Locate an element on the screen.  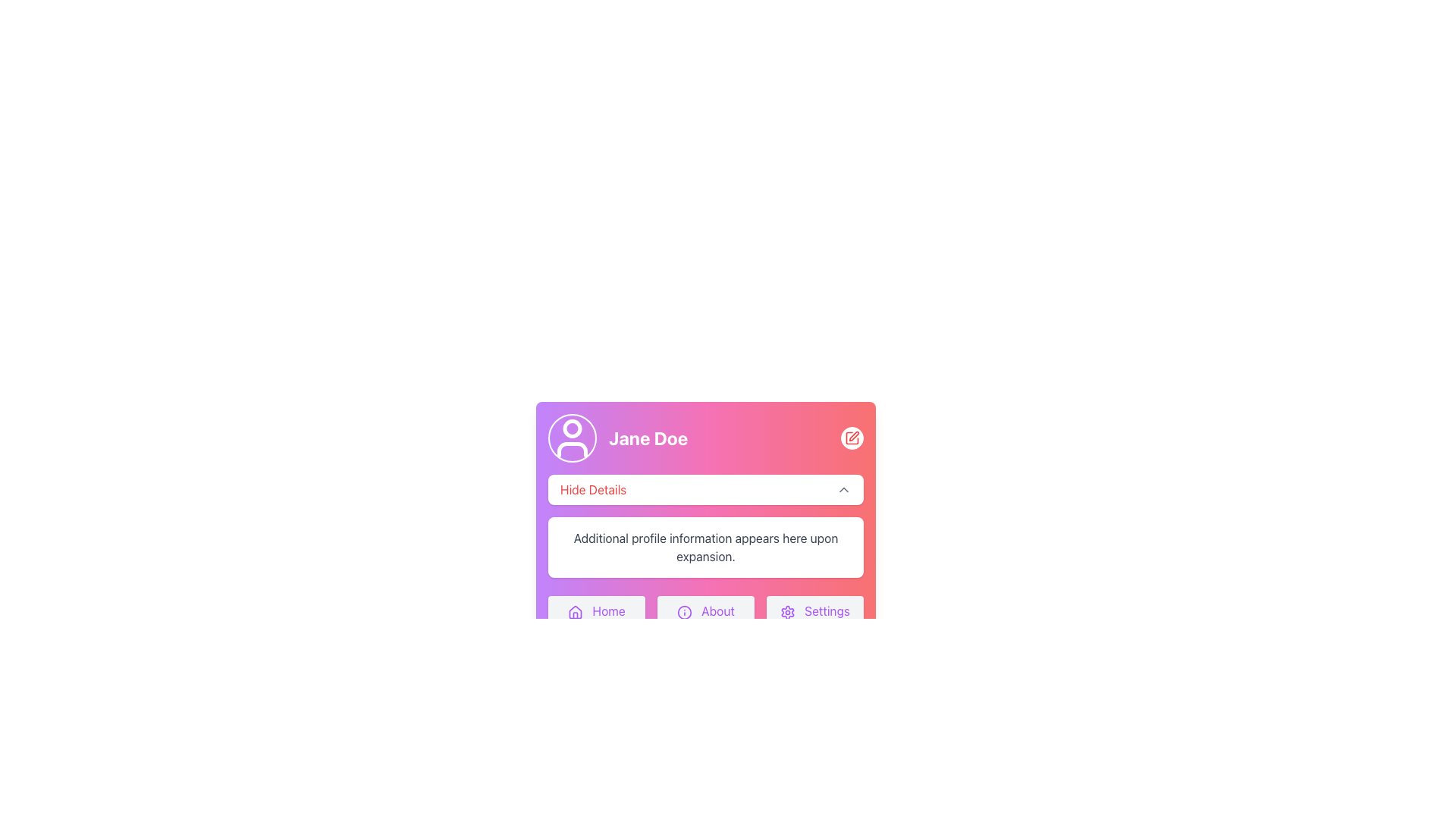
the chevron-up icon within the 'Hide Details' button is located at coordinates (843, 489).